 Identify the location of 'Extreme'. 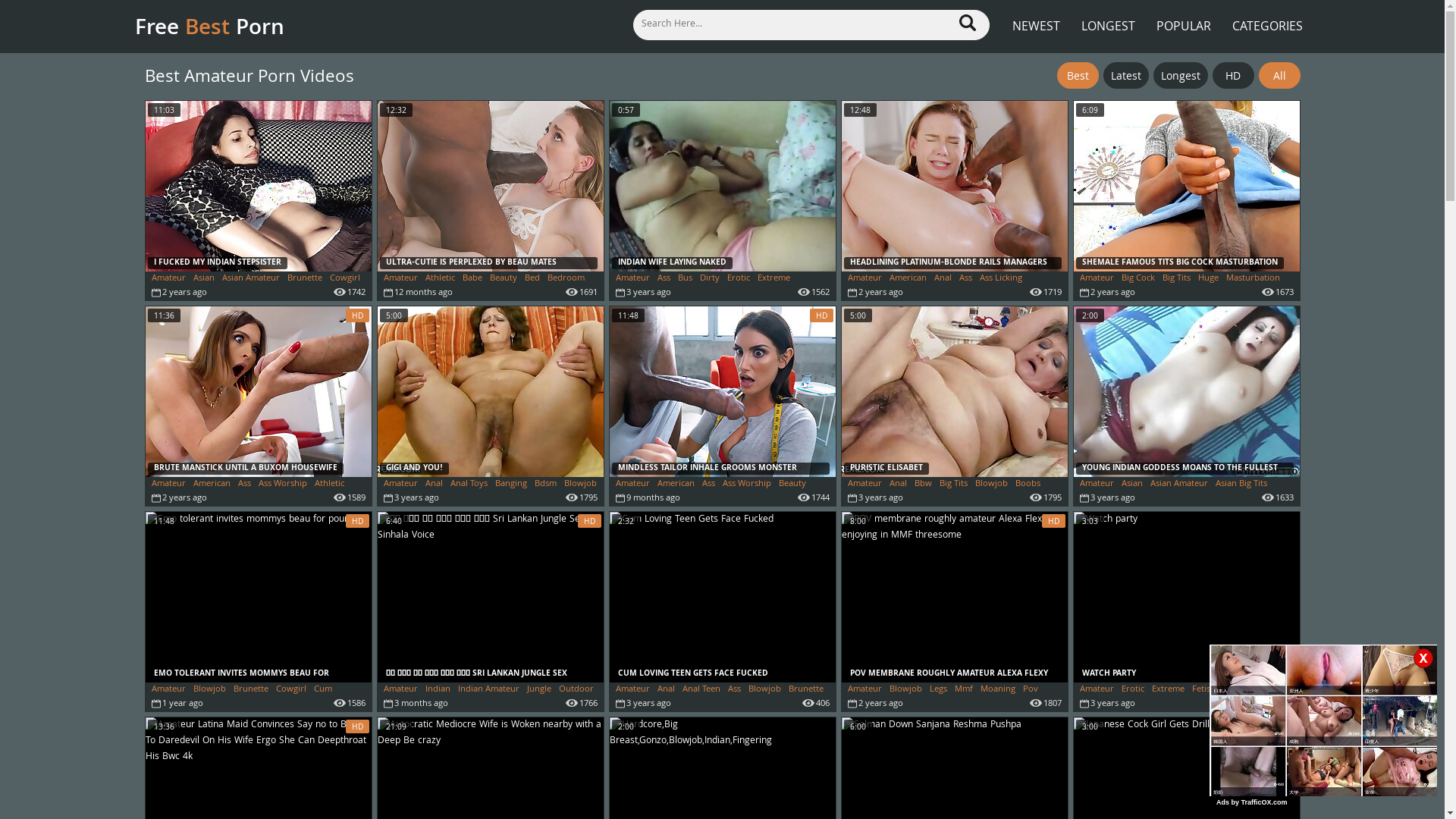
(773, 278).